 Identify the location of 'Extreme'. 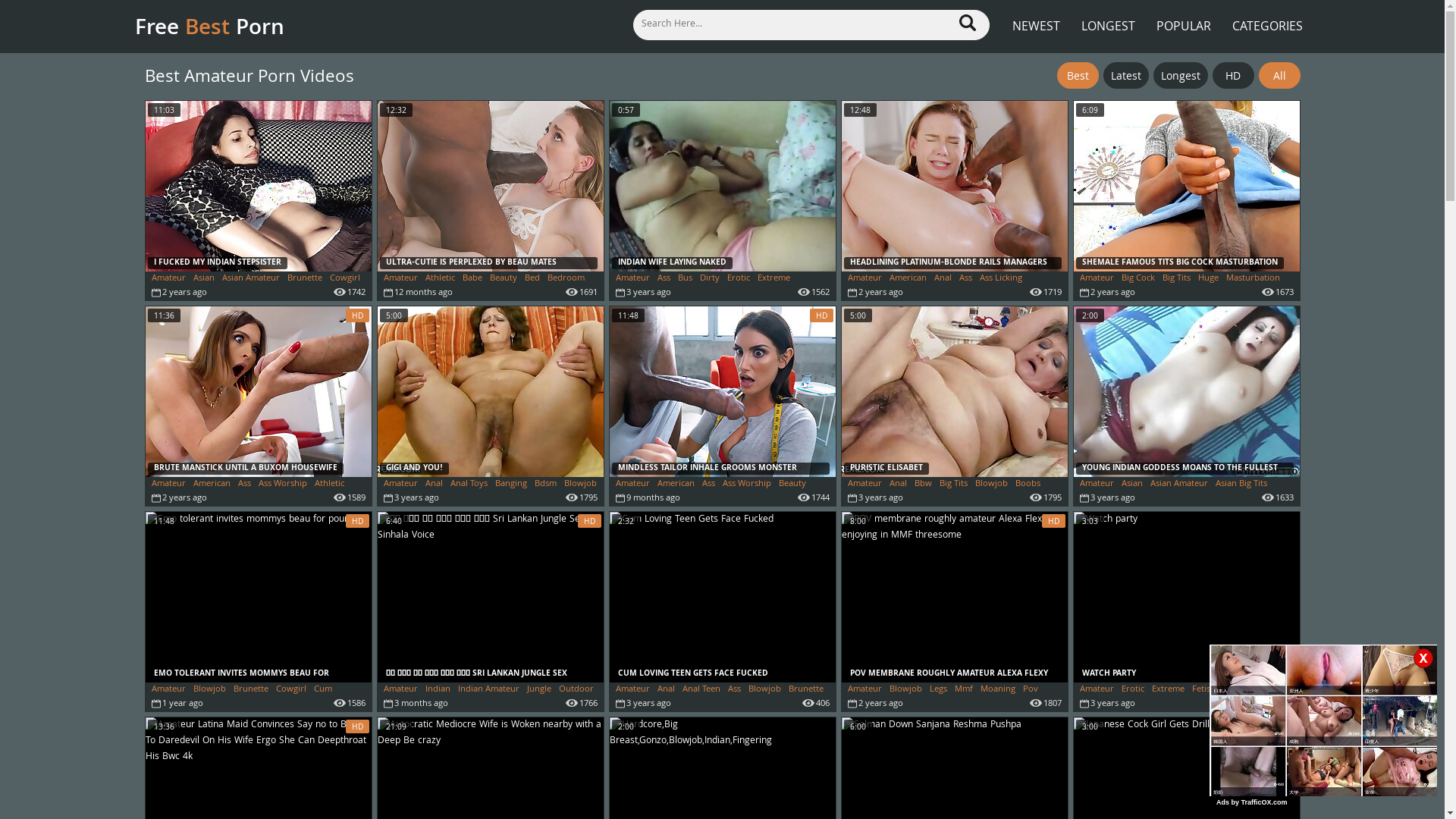
(773, 278).